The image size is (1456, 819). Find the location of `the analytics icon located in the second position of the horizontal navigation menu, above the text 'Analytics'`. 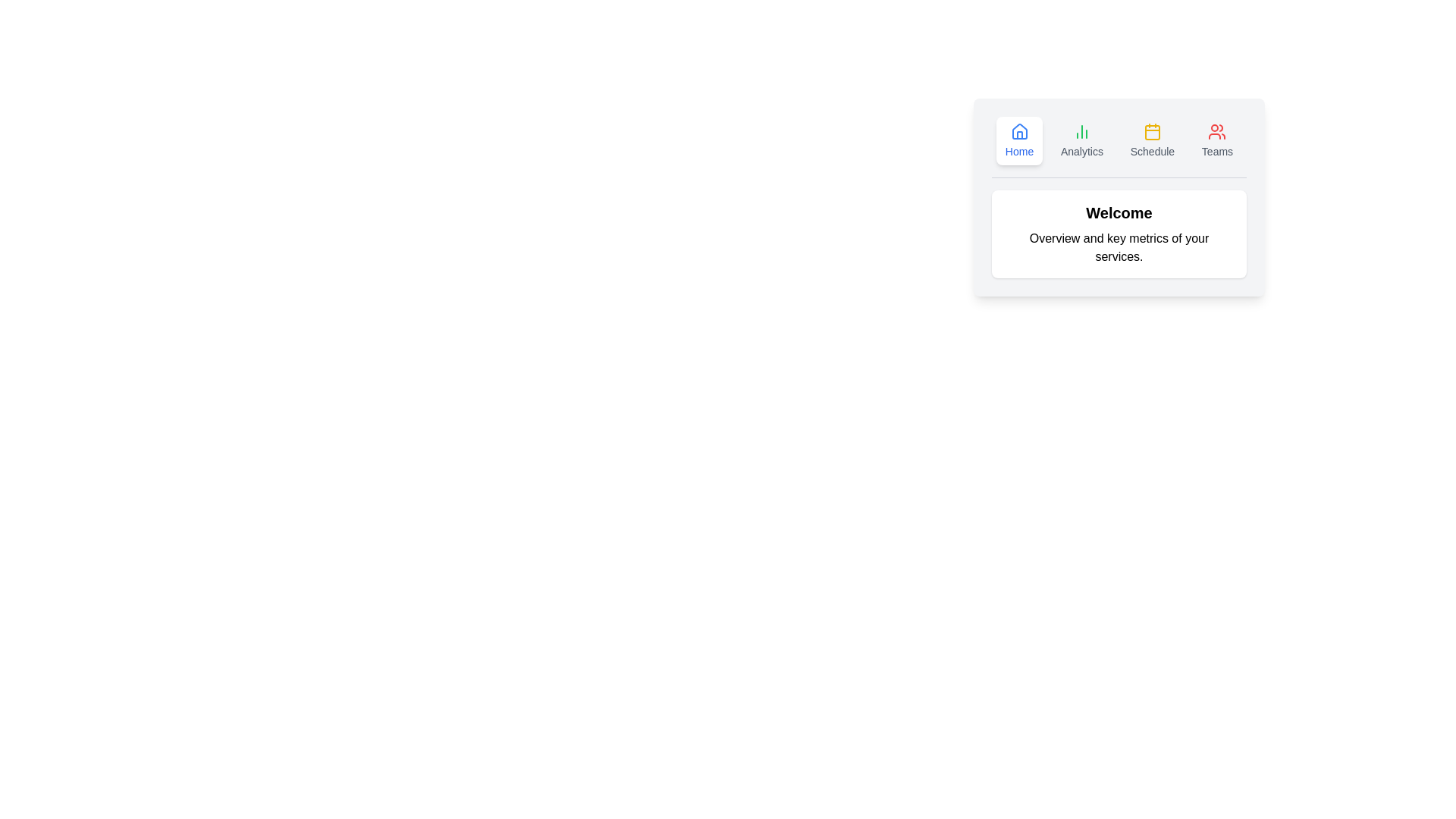

the analytics icon located in the second position of the horizontal navigation menu, above the text 'Analytics' is located at coordinates (1081, 130).